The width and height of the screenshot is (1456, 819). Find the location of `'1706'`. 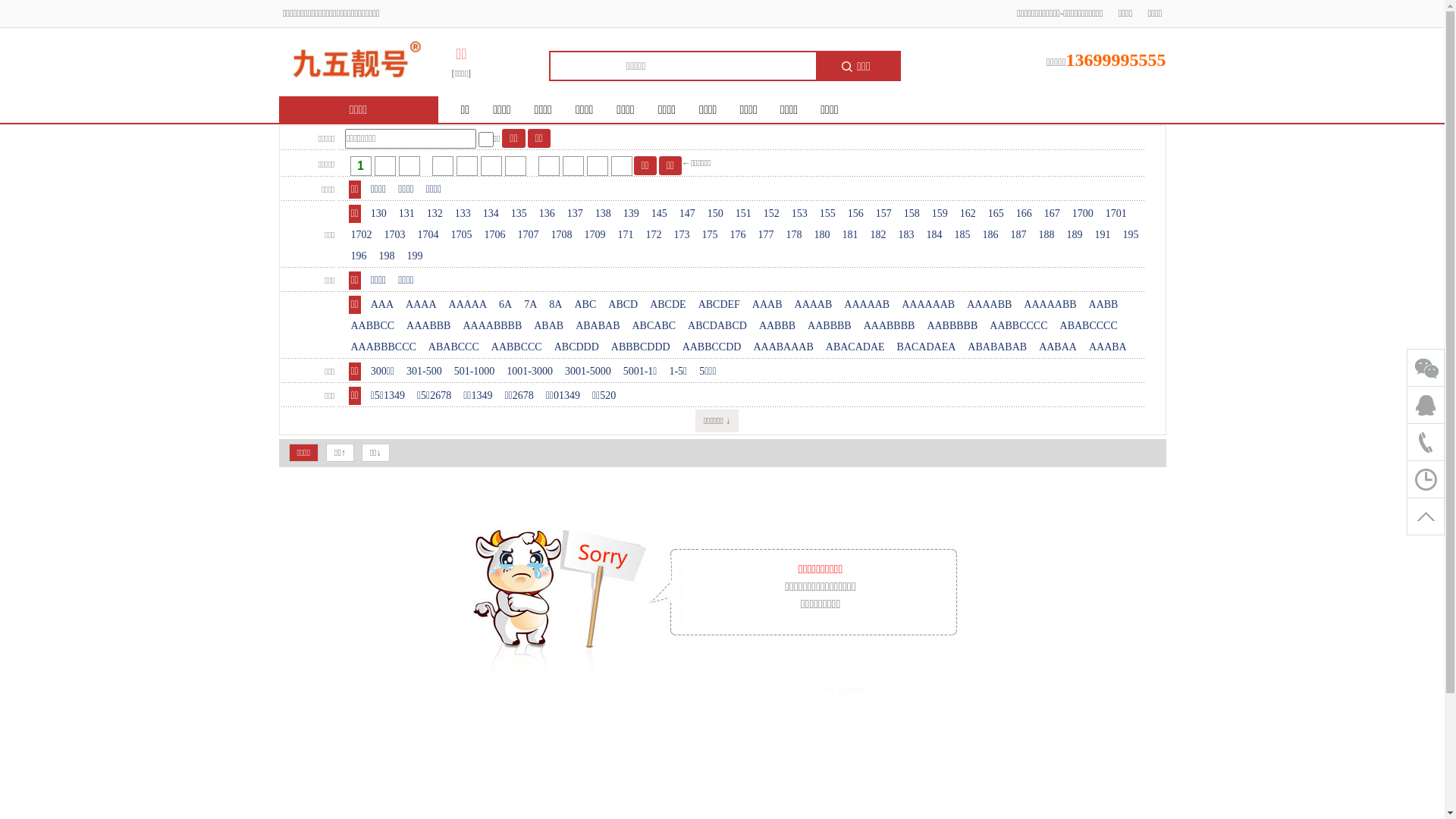

'1706' is located at coordinates (494, 234).